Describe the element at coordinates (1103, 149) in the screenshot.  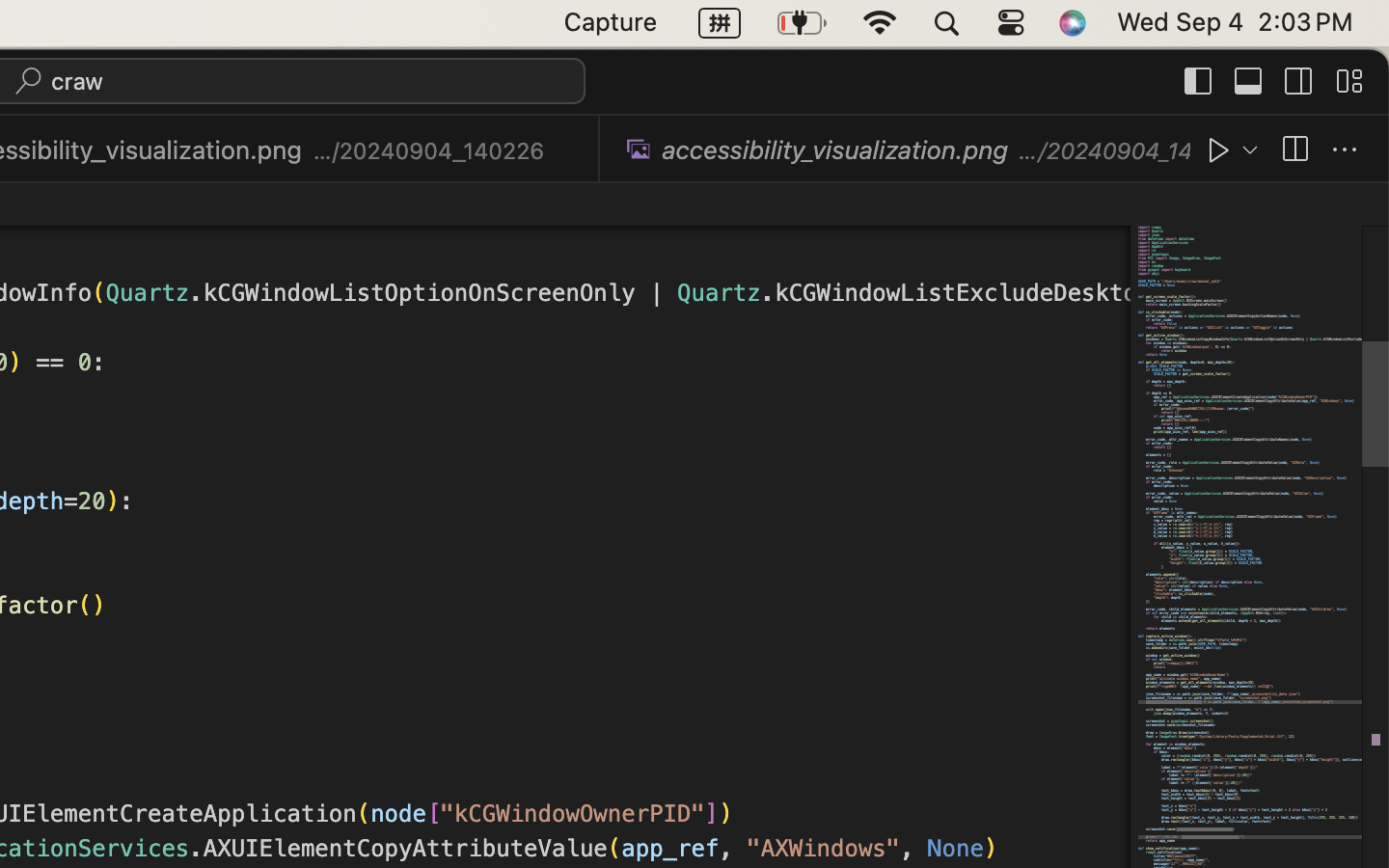
I see `'…/20240904_140044'` at that location.